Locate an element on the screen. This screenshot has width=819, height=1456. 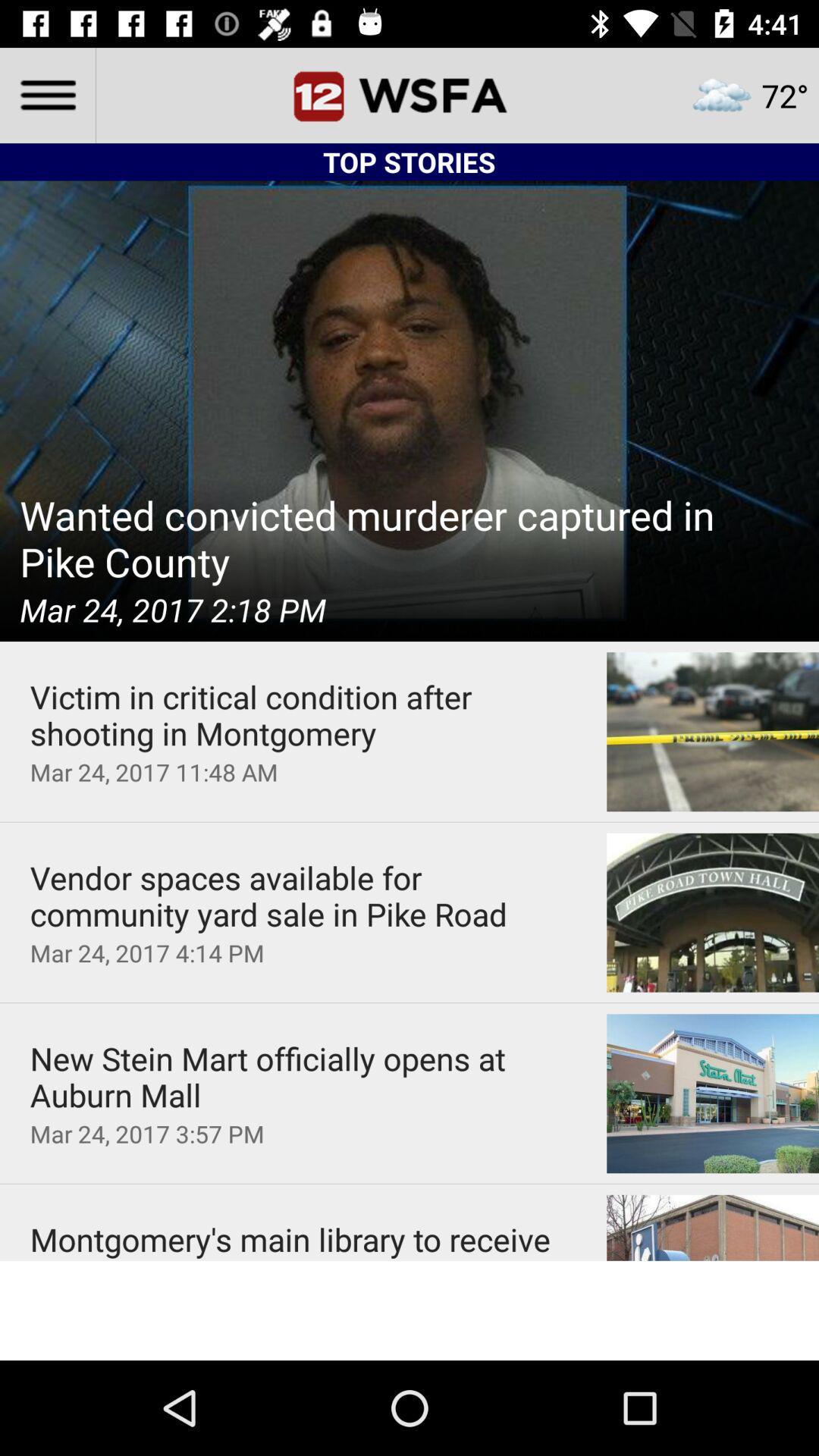
the menu icon is located at coordinates (46, 94).